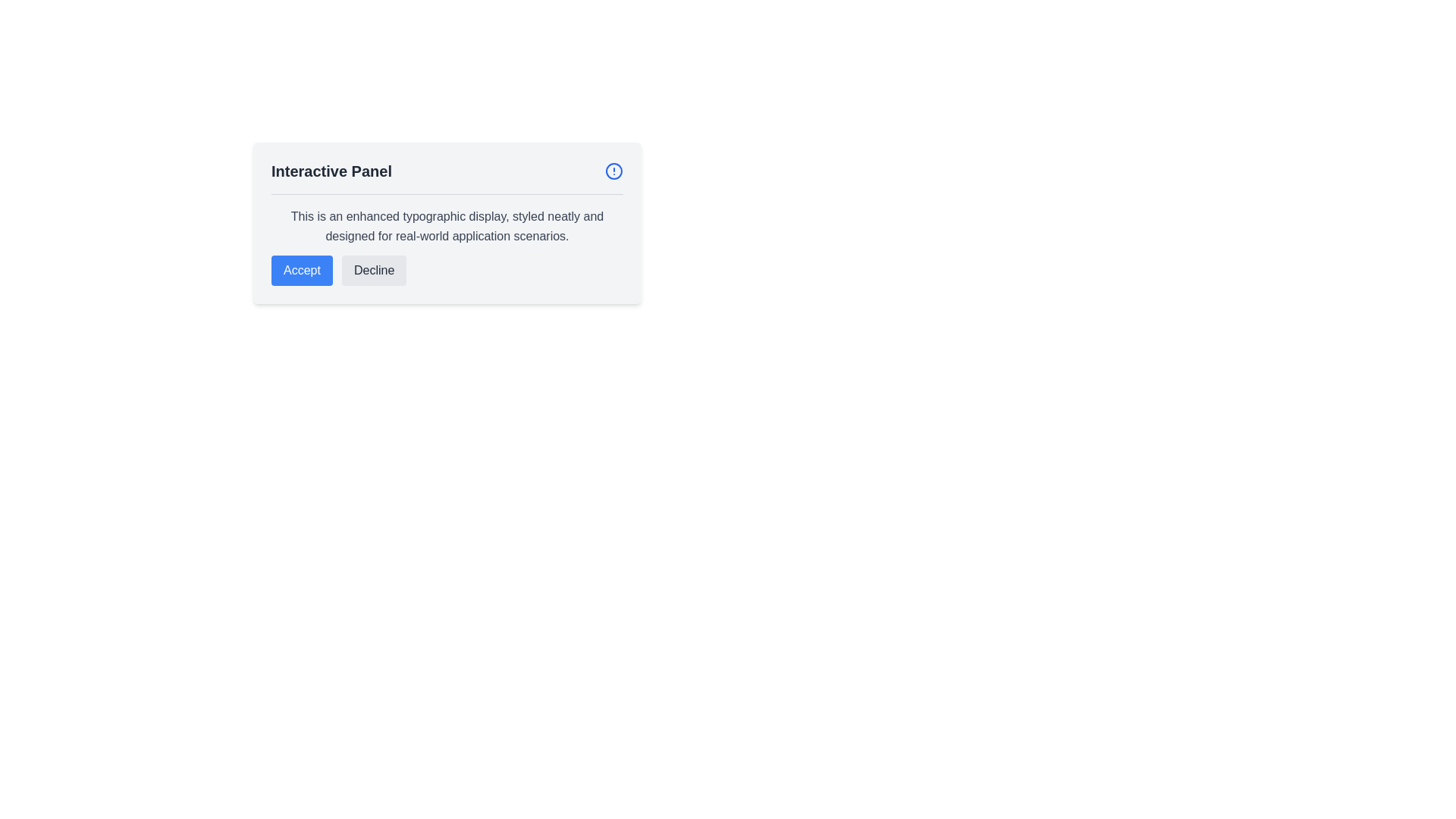  What do you see at coordinates (331, 171) in the screenshot?
I see `text label 'Interactive Panel' which is styled in bold at the top of the dialog box` at bounding box center [331, 171].